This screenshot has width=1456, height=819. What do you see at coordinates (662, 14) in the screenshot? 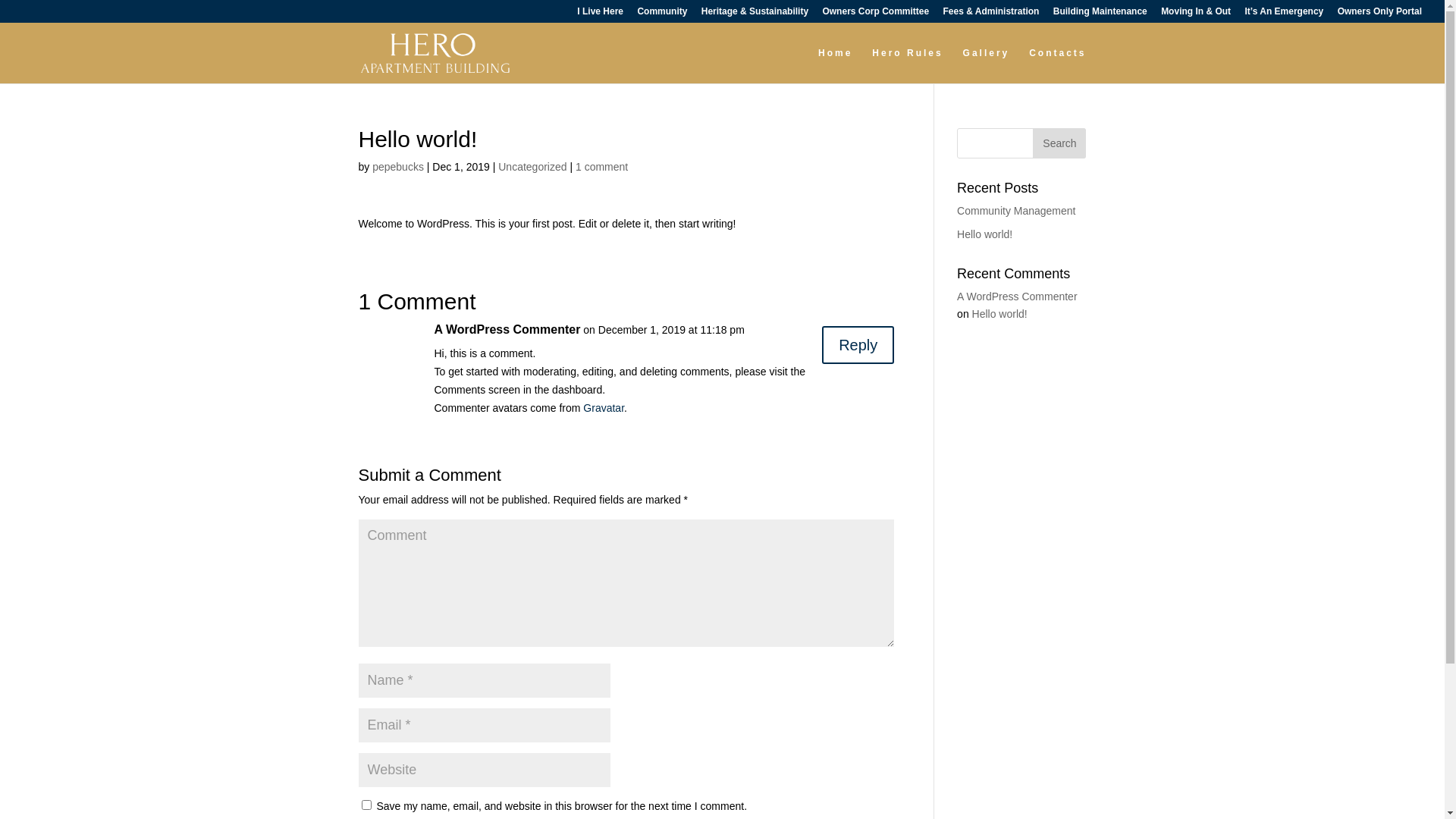
I see `'Community'` at bounding box center [662, 14].